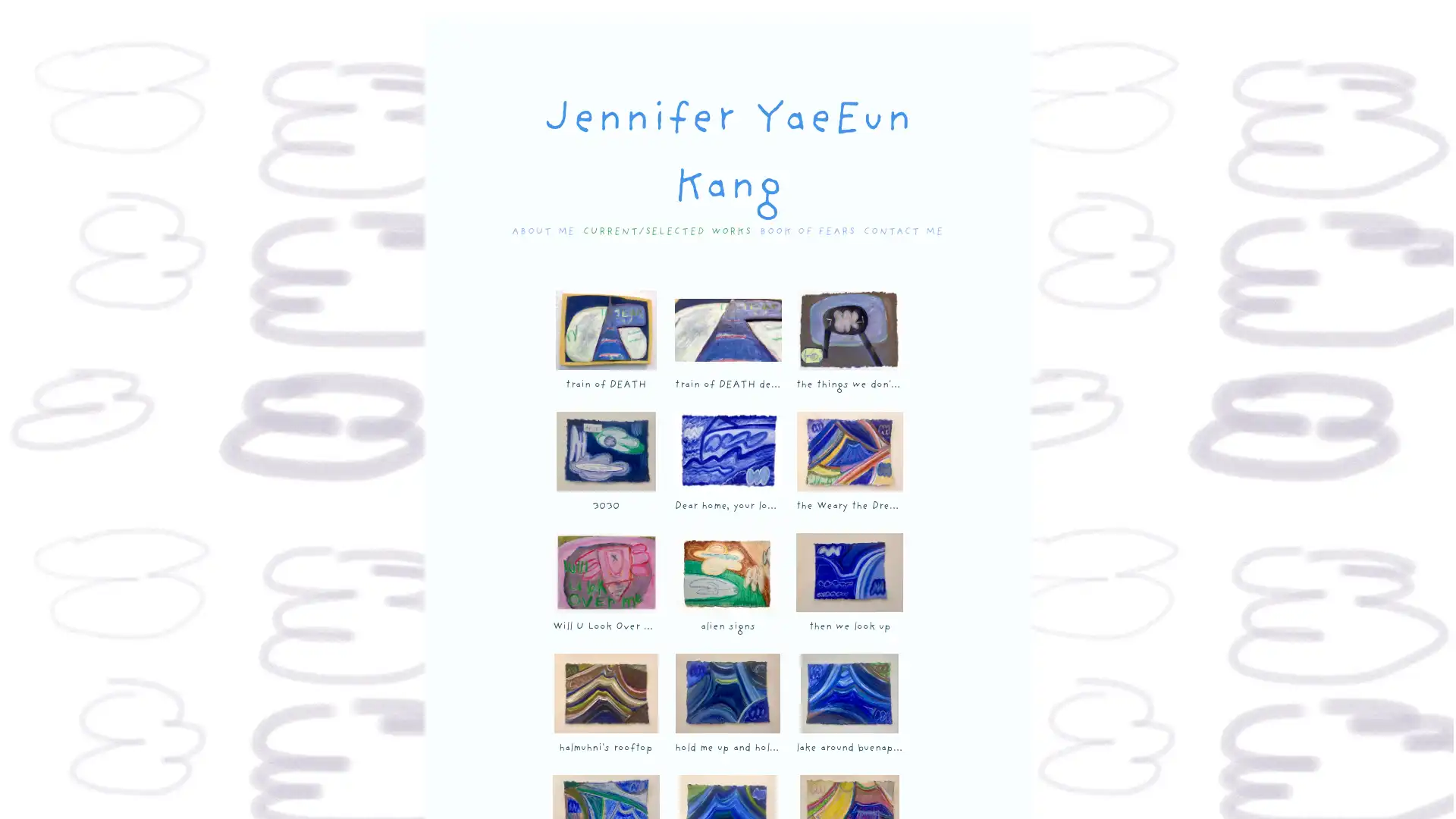 This screenshot has height=819, width=1456. Describe the element at coordinates (604, 329) in the screenshot. I see `View fullsize train of DEATH` at that location.